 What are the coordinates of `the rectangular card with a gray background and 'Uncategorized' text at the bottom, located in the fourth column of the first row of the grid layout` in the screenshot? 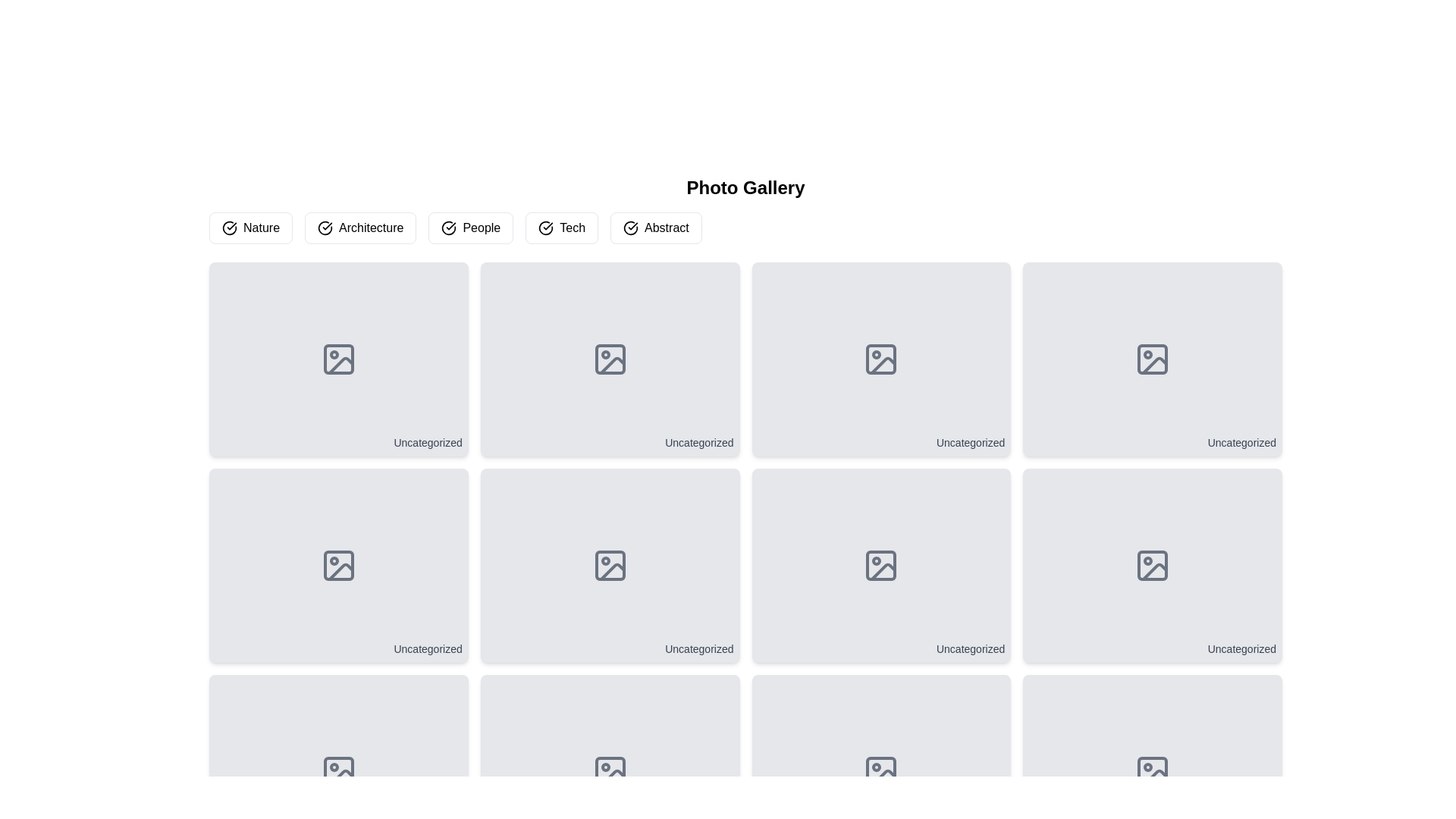 It's located at (1153, 359).